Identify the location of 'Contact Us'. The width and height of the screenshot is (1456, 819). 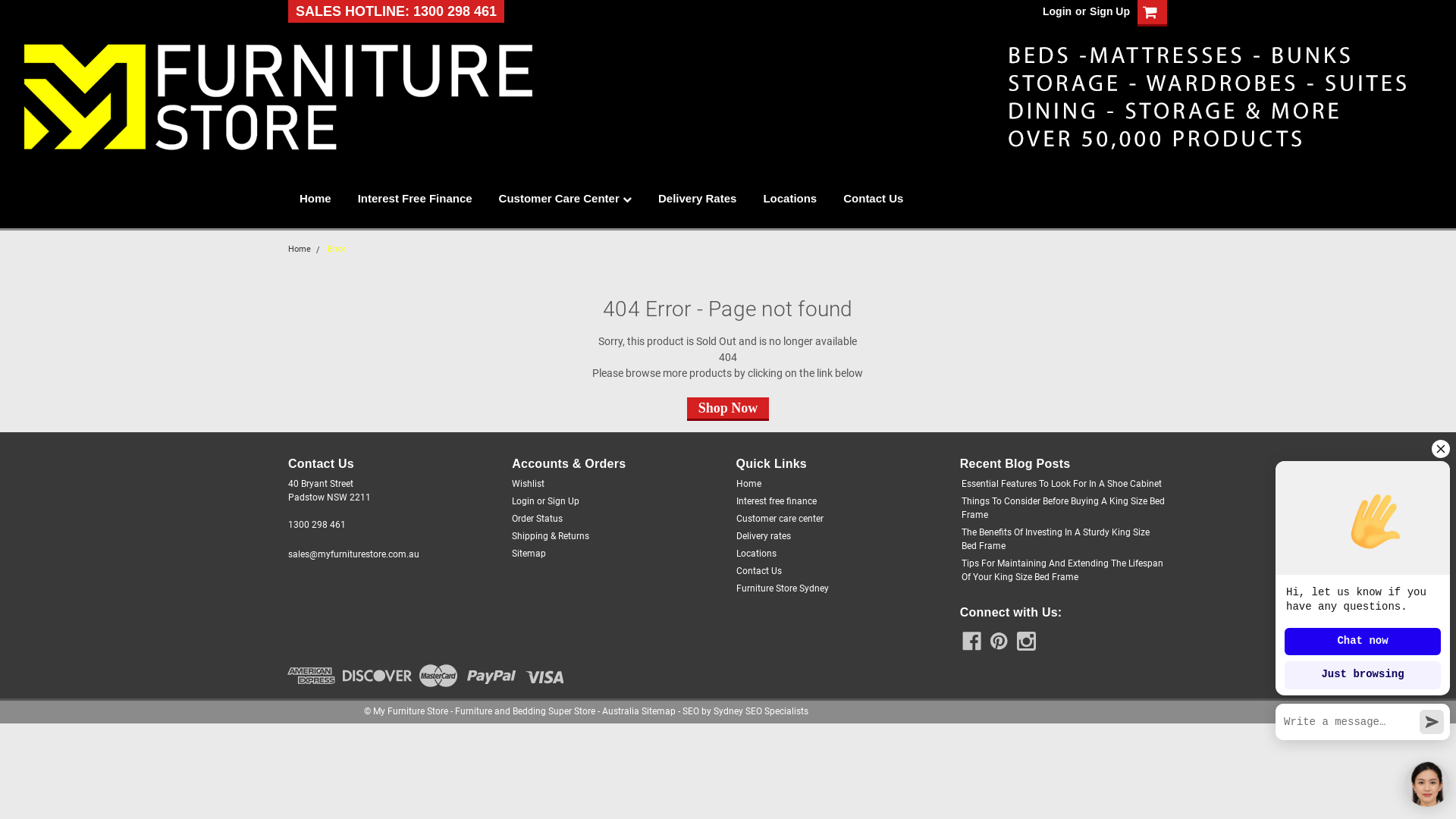
(886, 198).